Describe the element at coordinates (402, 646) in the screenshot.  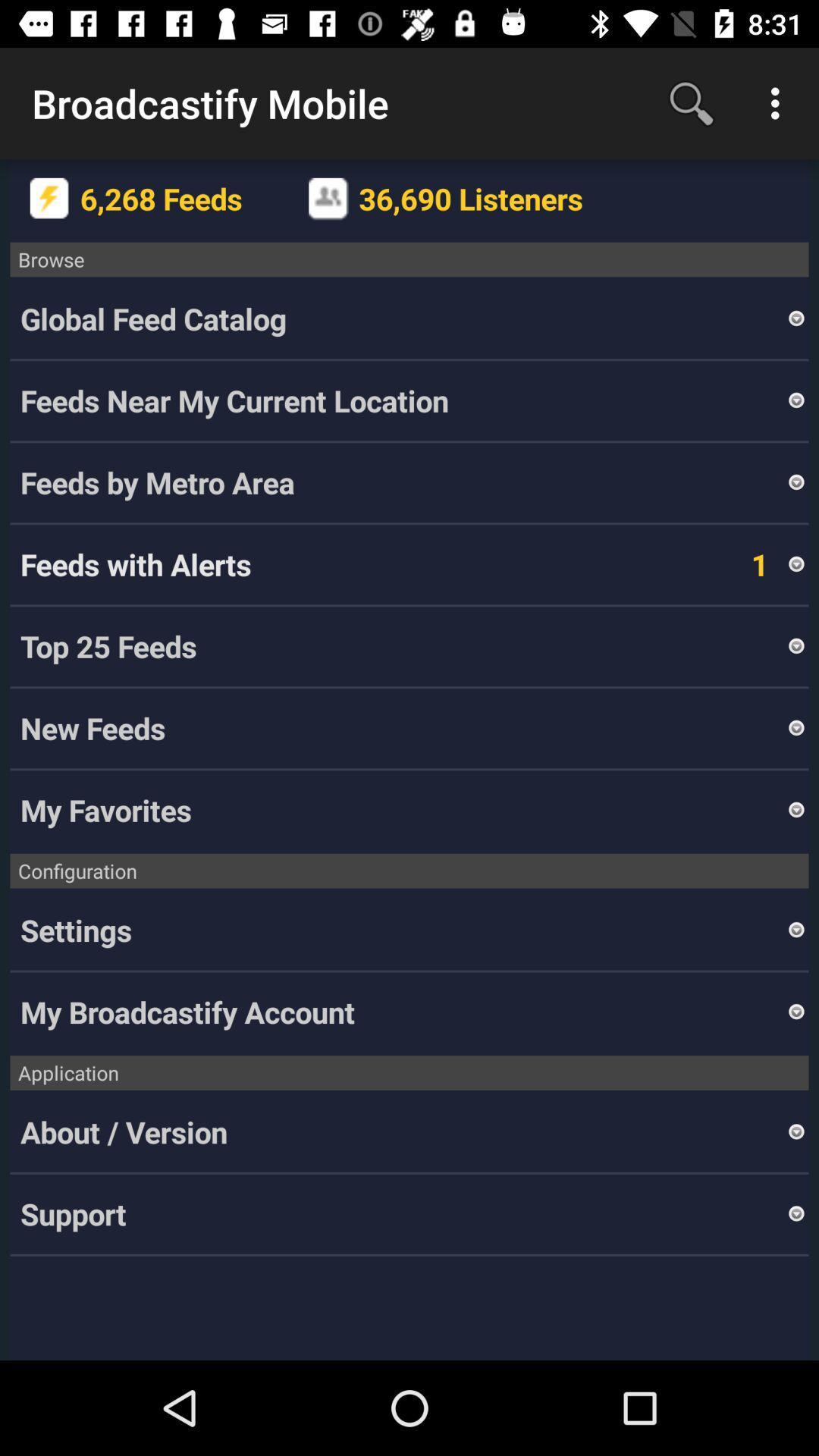
I see `the item above new feeds icon` at that location.